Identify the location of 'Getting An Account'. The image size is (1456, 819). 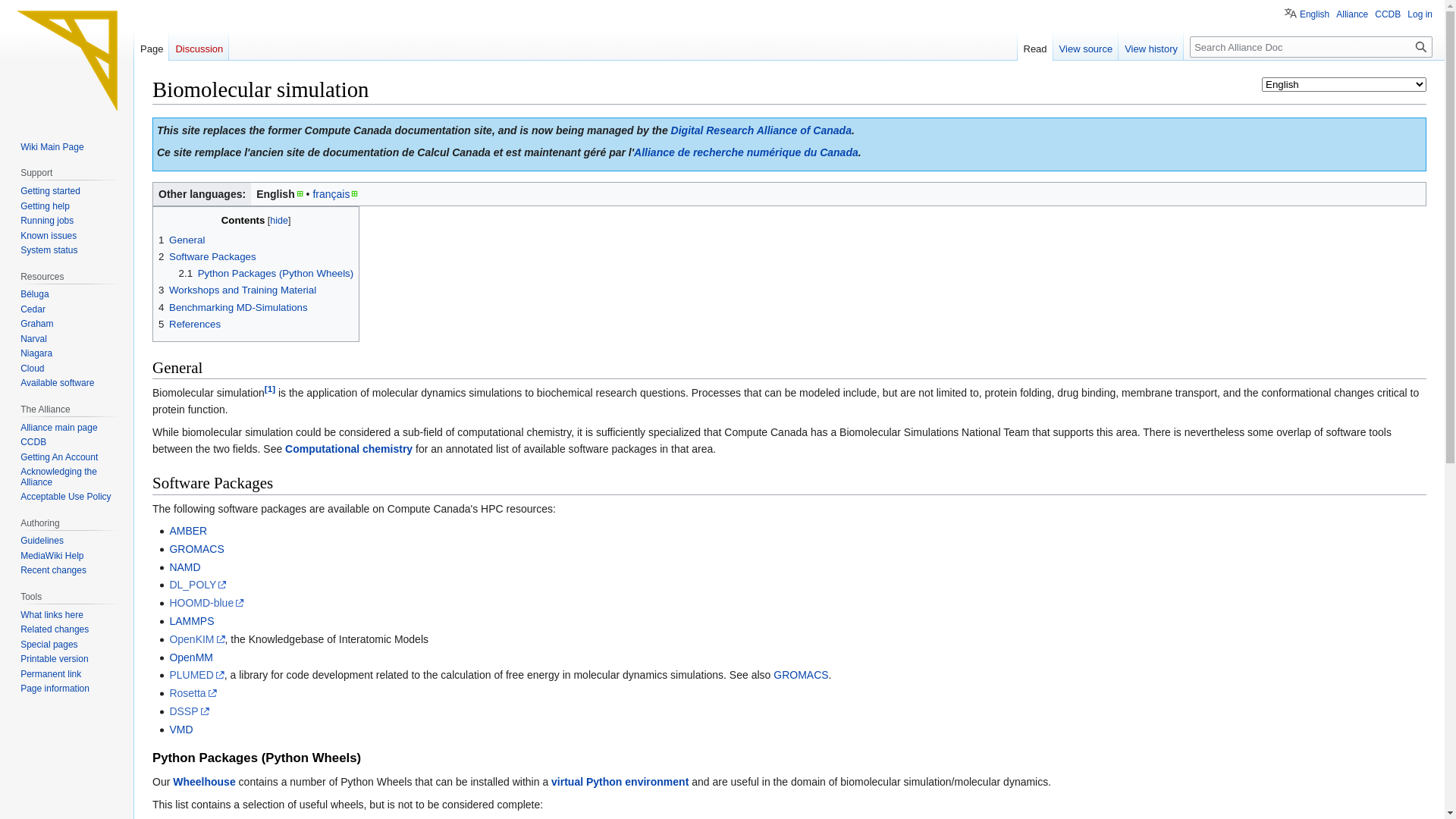
(58, 456).